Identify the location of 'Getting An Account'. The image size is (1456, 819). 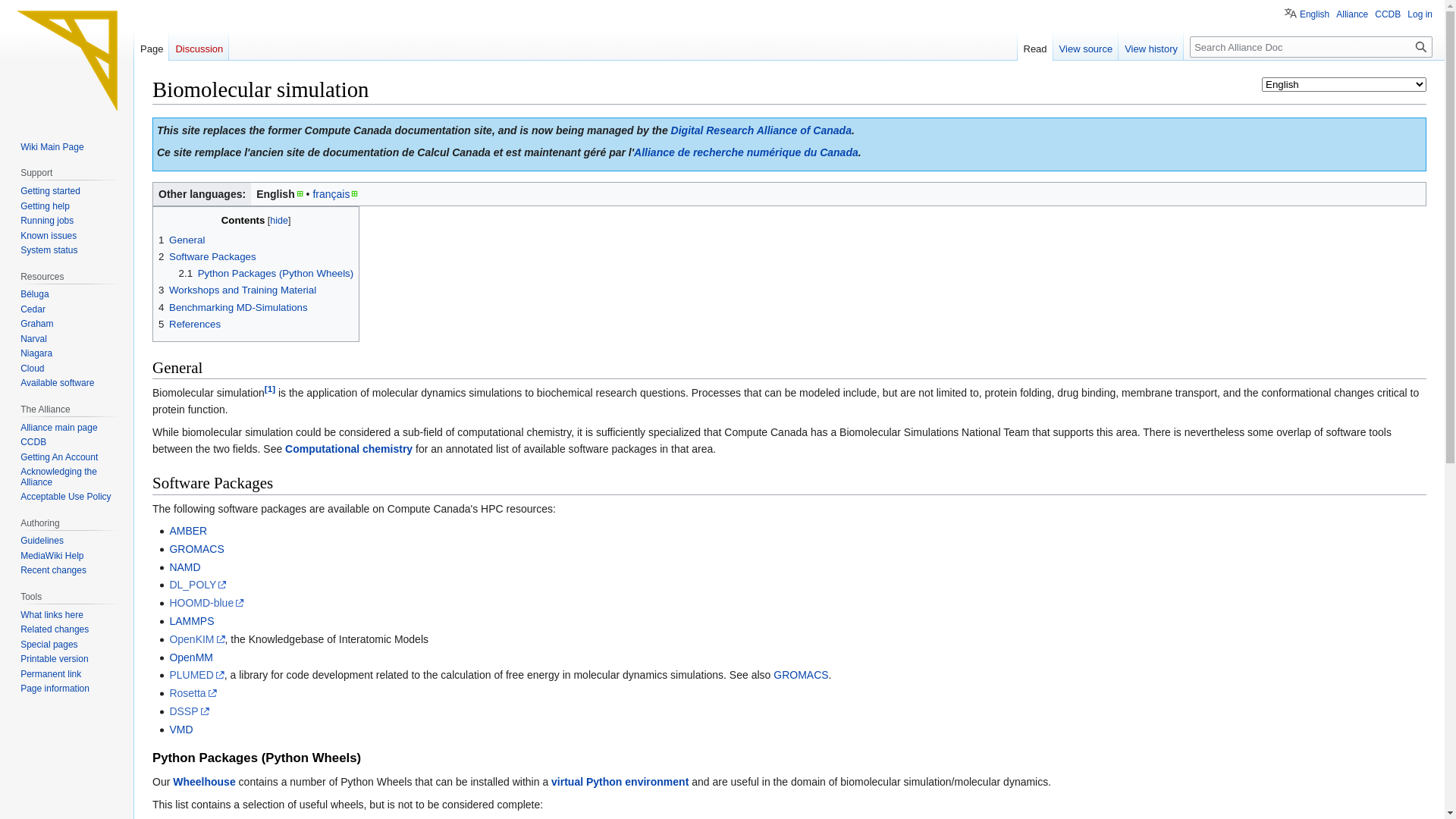
(58, 456).